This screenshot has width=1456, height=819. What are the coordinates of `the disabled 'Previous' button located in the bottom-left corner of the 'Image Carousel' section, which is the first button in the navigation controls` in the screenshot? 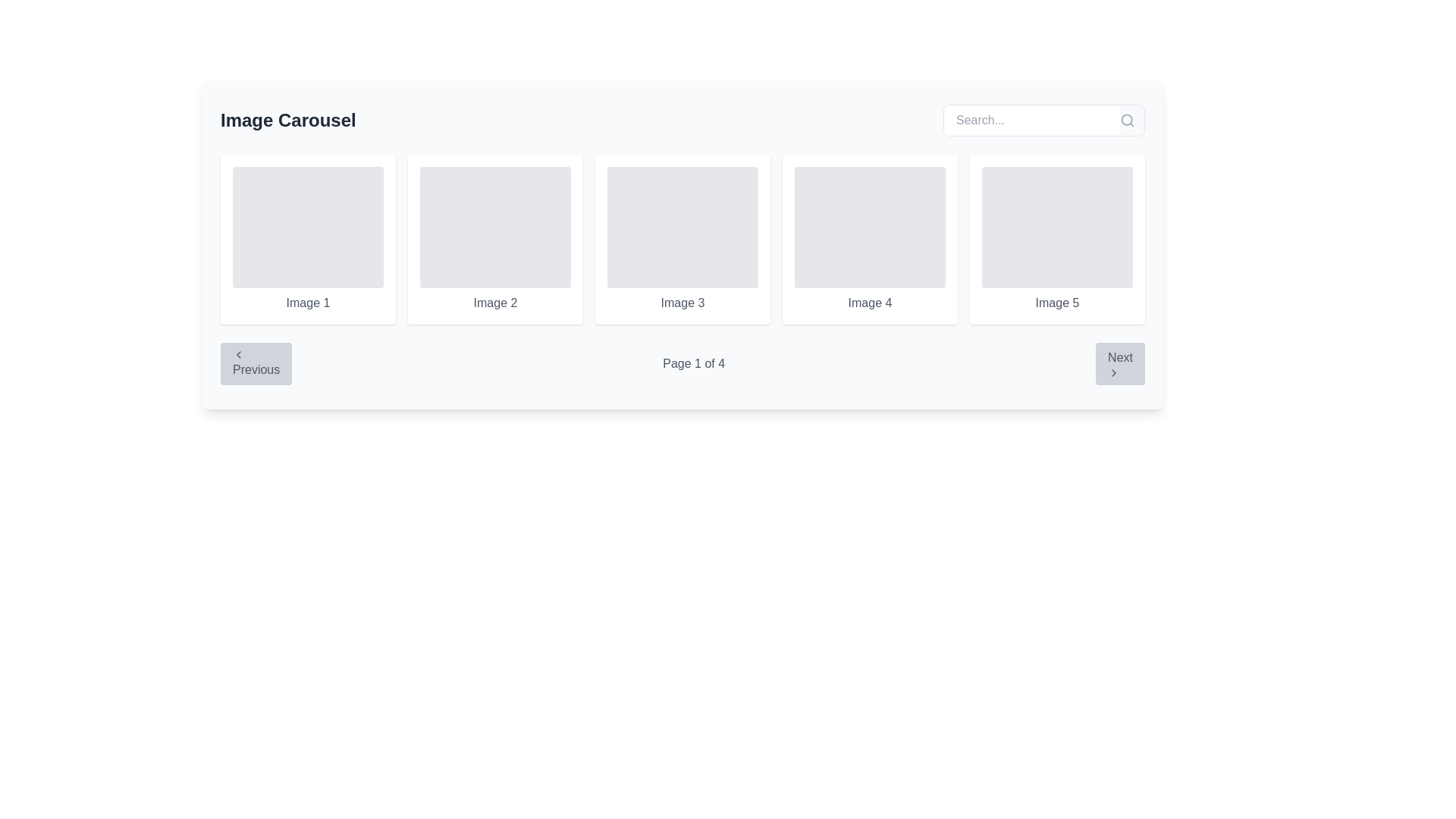 It's located at (256, 363).